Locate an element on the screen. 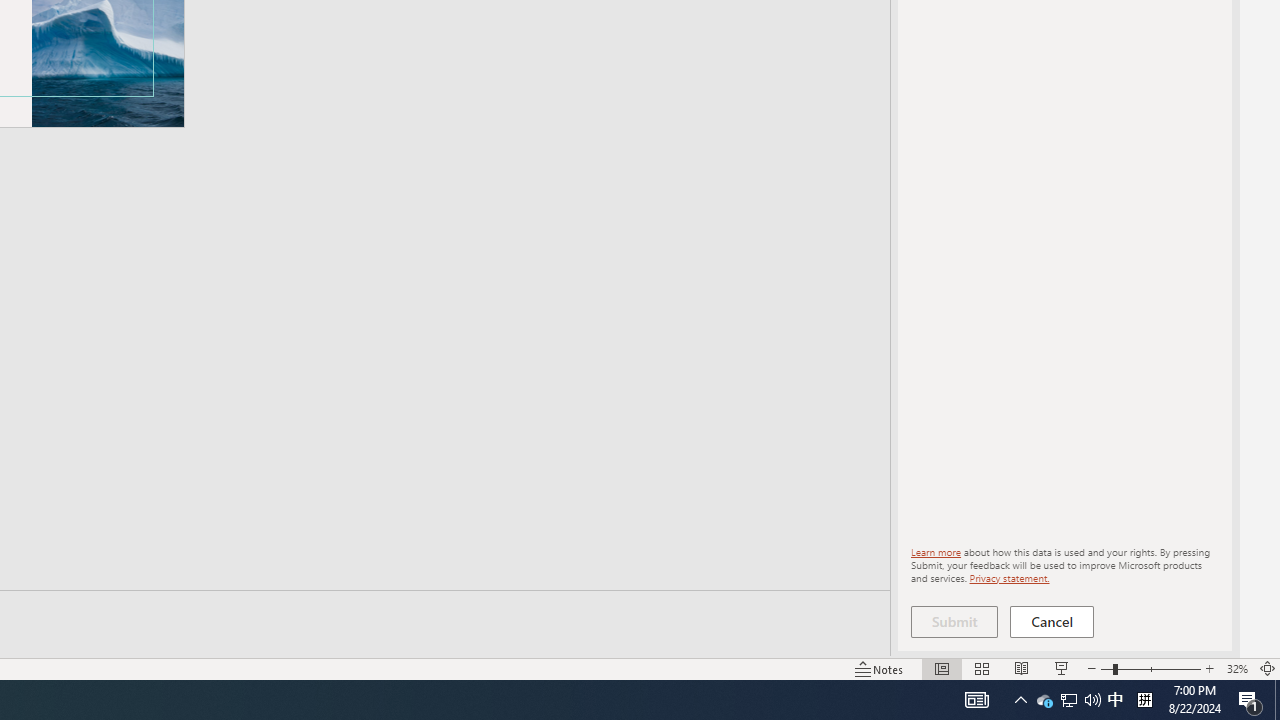 The height and width of the screenshot is (720, 1280). 'Submit' is located at coordinates (953, 621).